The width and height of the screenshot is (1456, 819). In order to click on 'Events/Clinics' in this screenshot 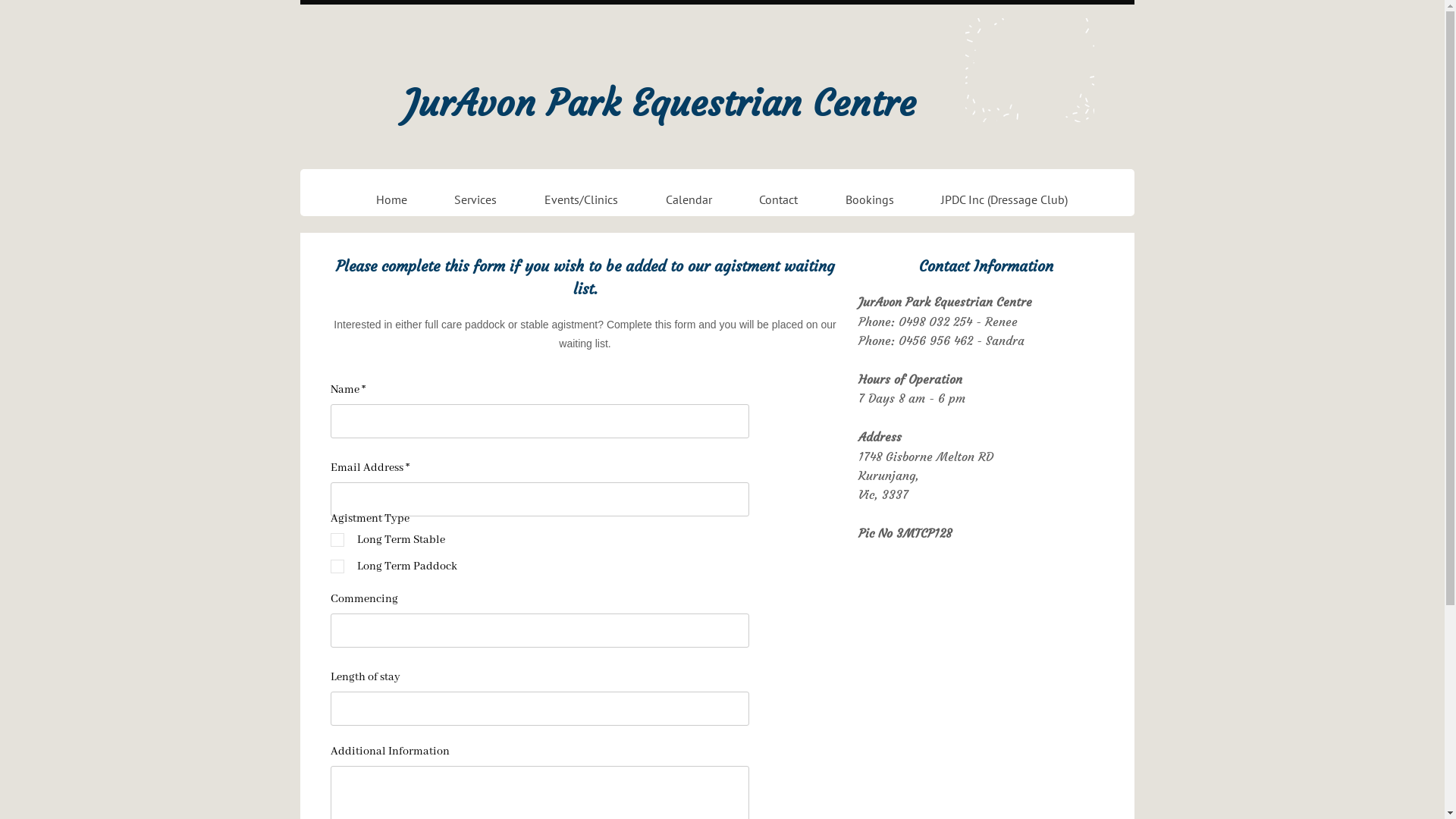, I will do `click(581, 198)`.